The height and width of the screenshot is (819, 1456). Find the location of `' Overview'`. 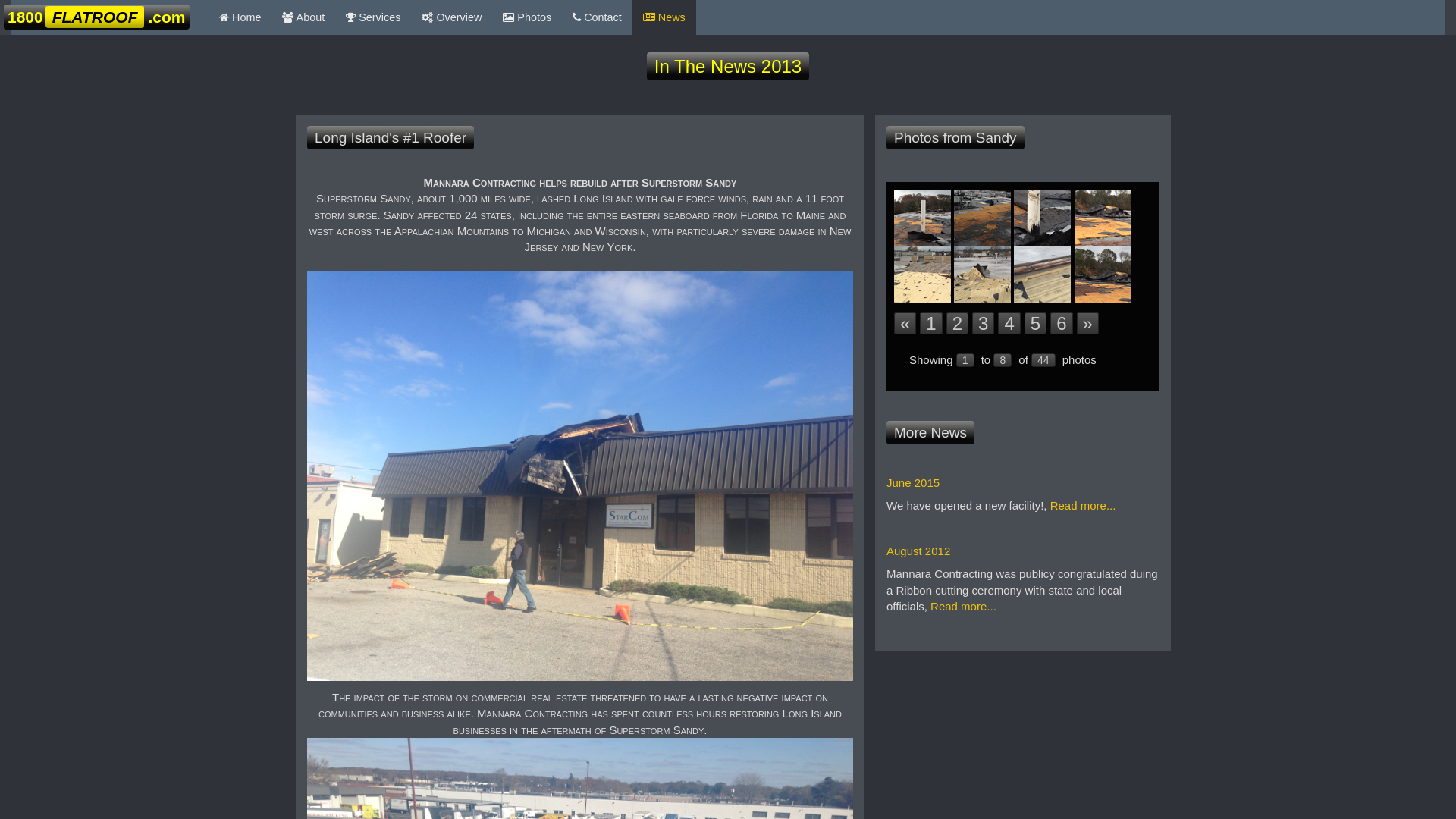

' Overview' is located at coordinates (450, 17).